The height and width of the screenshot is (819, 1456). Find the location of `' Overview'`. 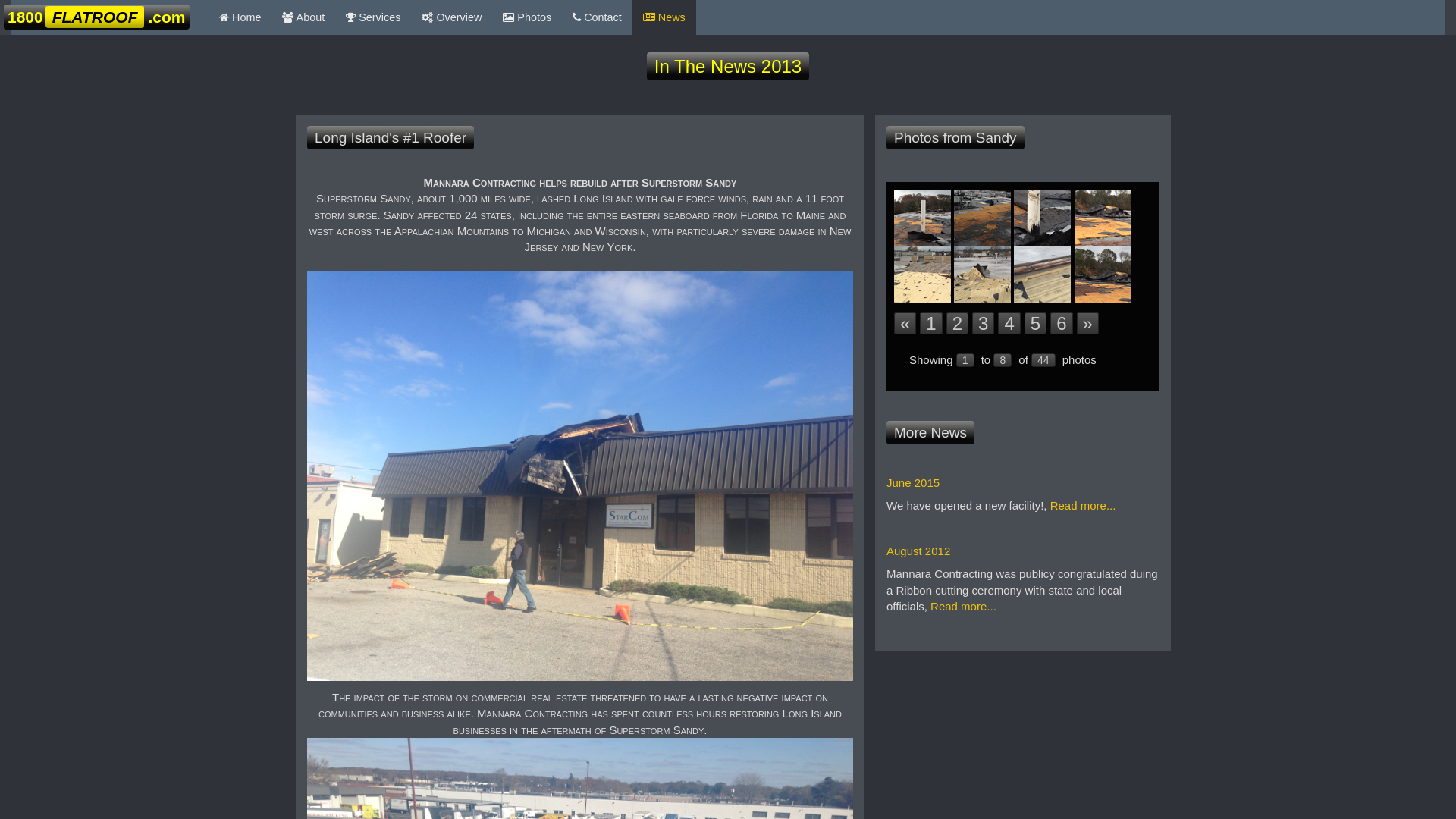

' Overview' is located at coordinates (450, 17).